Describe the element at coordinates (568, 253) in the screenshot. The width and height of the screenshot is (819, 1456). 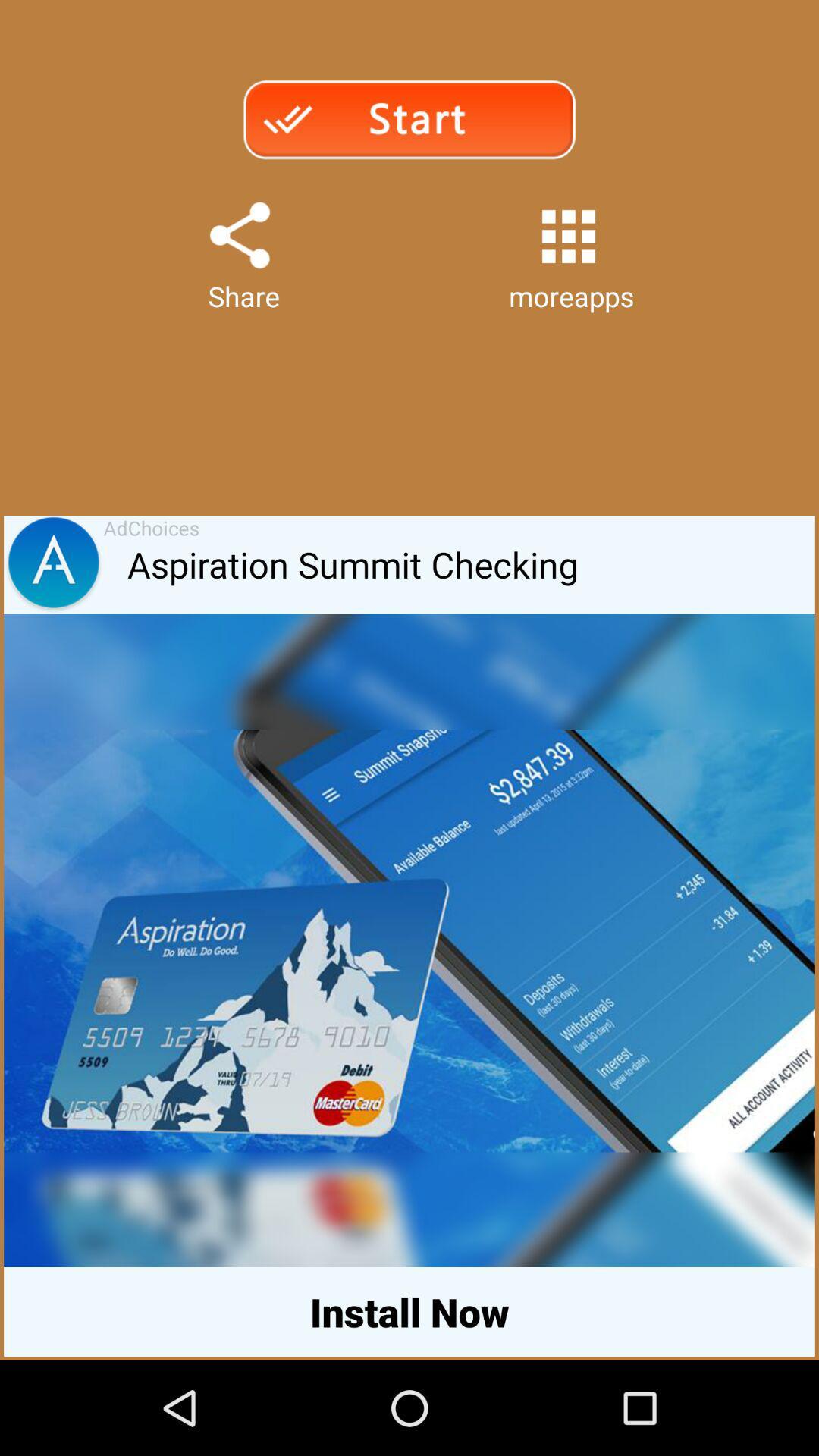
I see `the dialpad icon` at that location.